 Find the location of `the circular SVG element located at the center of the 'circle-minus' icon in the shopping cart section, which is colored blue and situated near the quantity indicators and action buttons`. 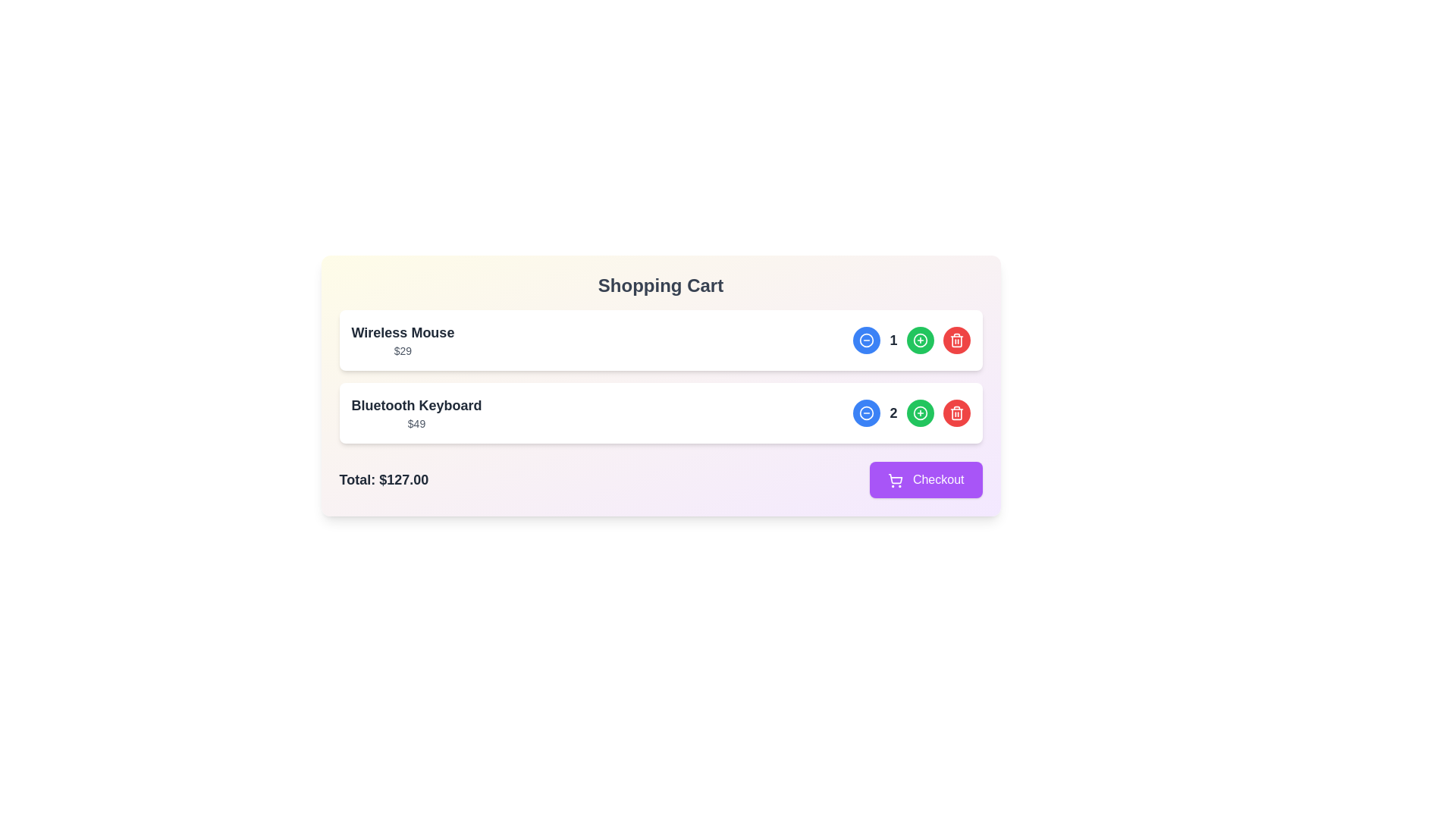

the circular SVG element located at the center of the 'circle-minus' icon in the shopping cart section, which is colored blue and situated near the quantity indicators and action buttons is located at coordinates (867, 339).